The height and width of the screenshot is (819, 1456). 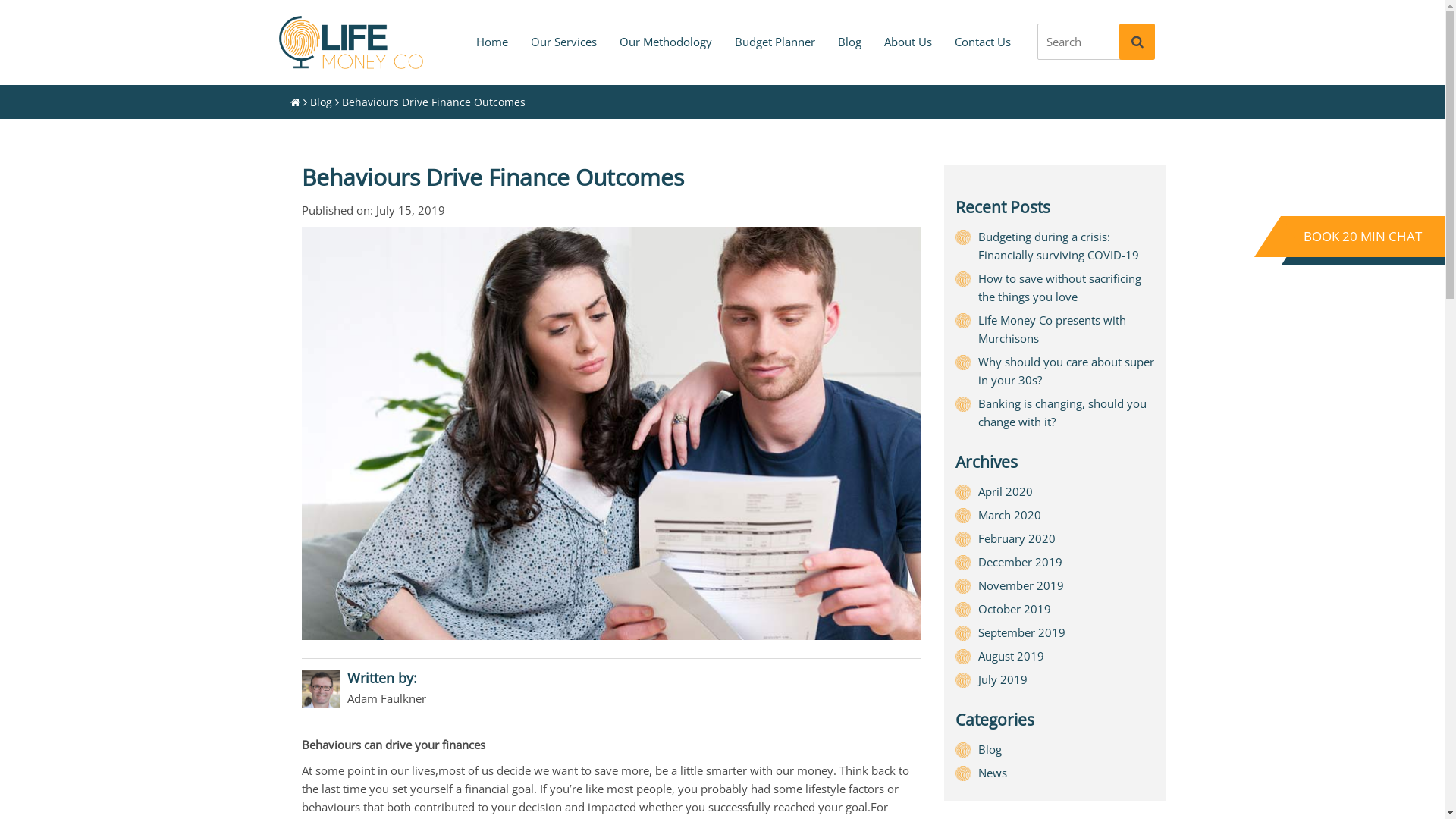 I want to click on 'March 2020', so click(x=978, y=513).